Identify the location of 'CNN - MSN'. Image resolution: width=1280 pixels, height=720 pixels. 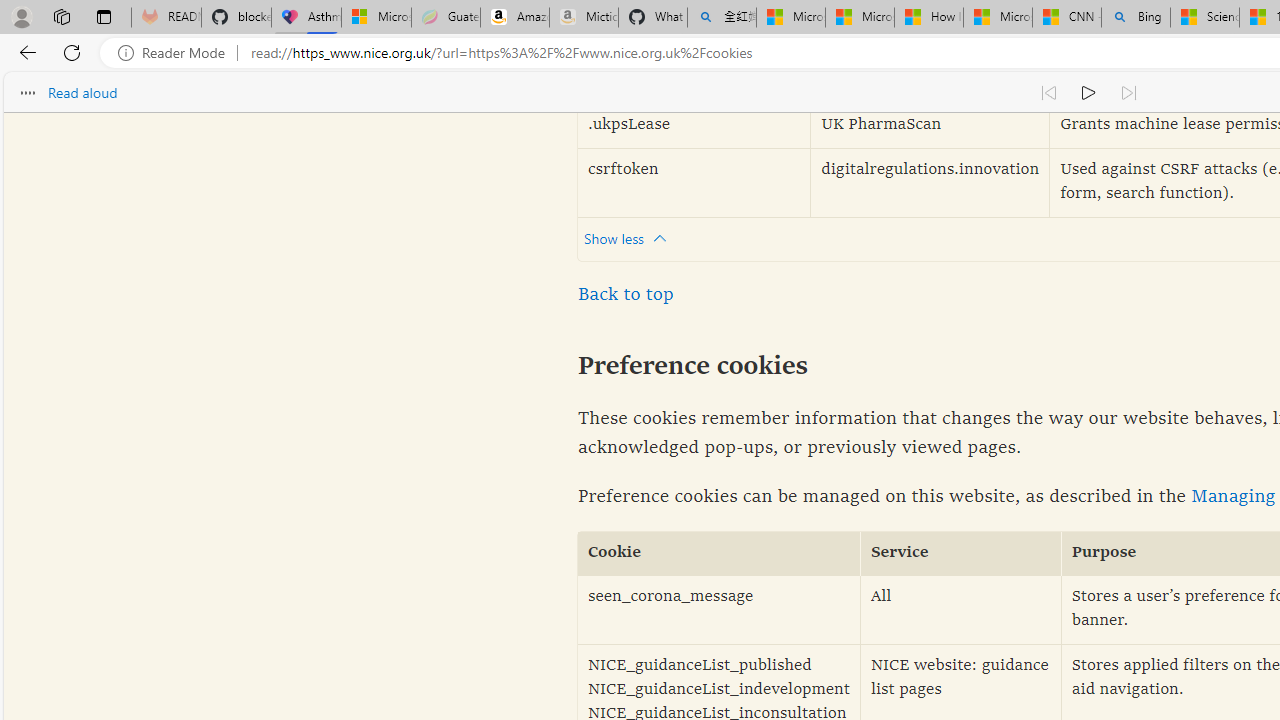
(1065, 17).